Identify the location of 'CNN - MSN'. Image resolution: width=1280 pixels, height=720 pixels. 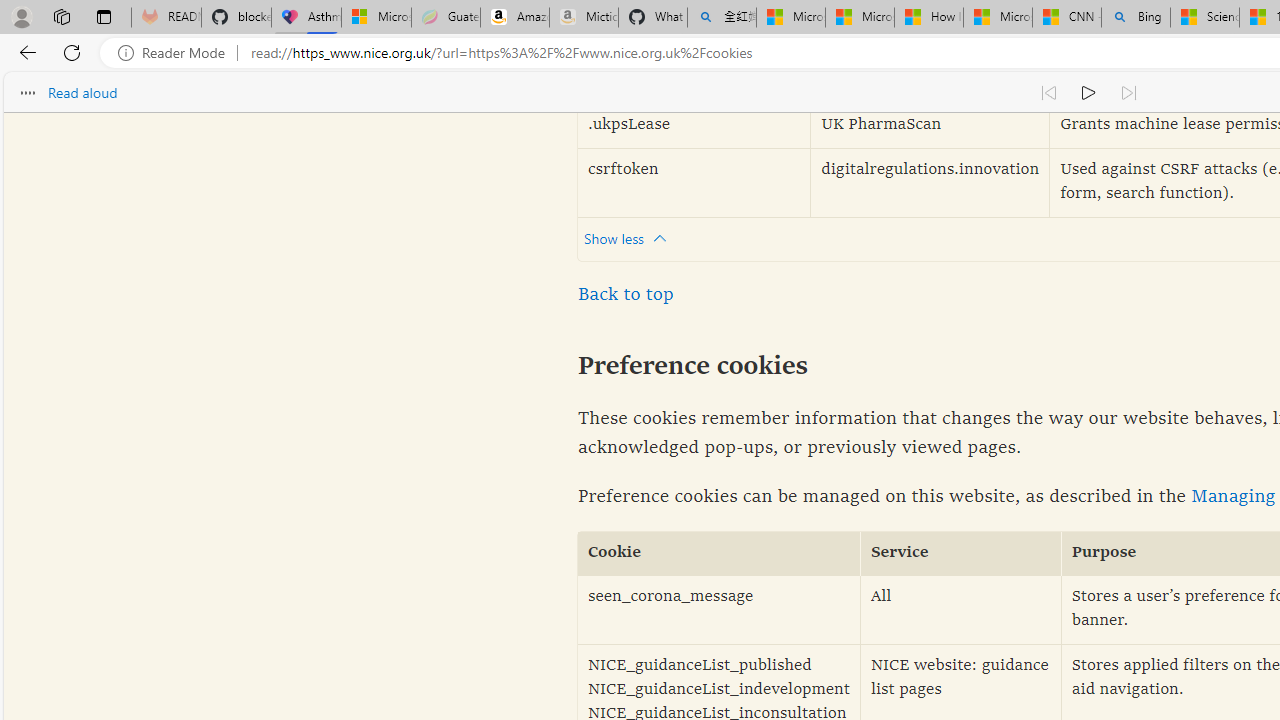
(1065, 17).